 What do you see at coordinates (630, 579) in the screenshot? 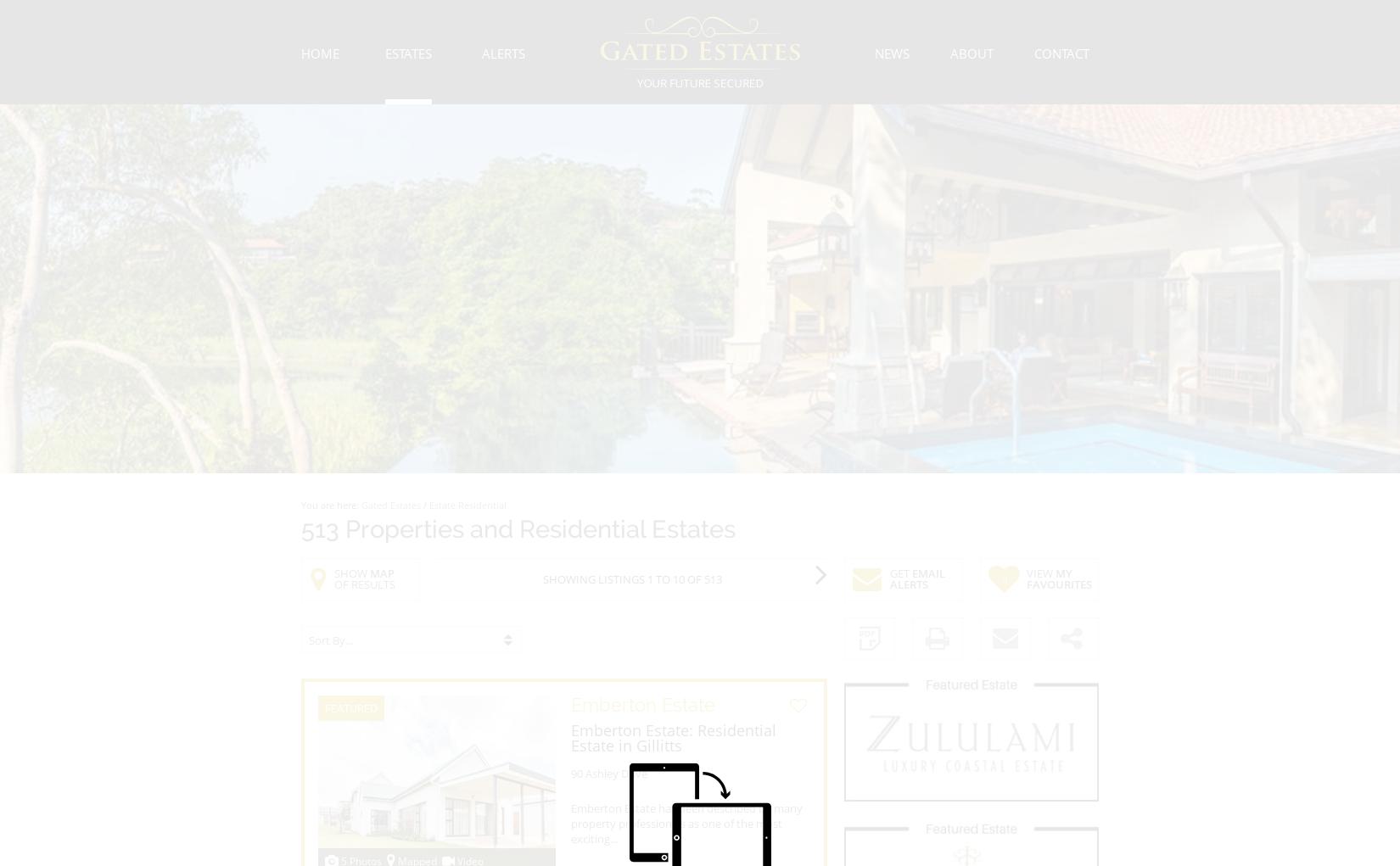
I see `'SHOWING LISTINGS 1 TO 10 OF 513'` at bounding box center [630, 579].